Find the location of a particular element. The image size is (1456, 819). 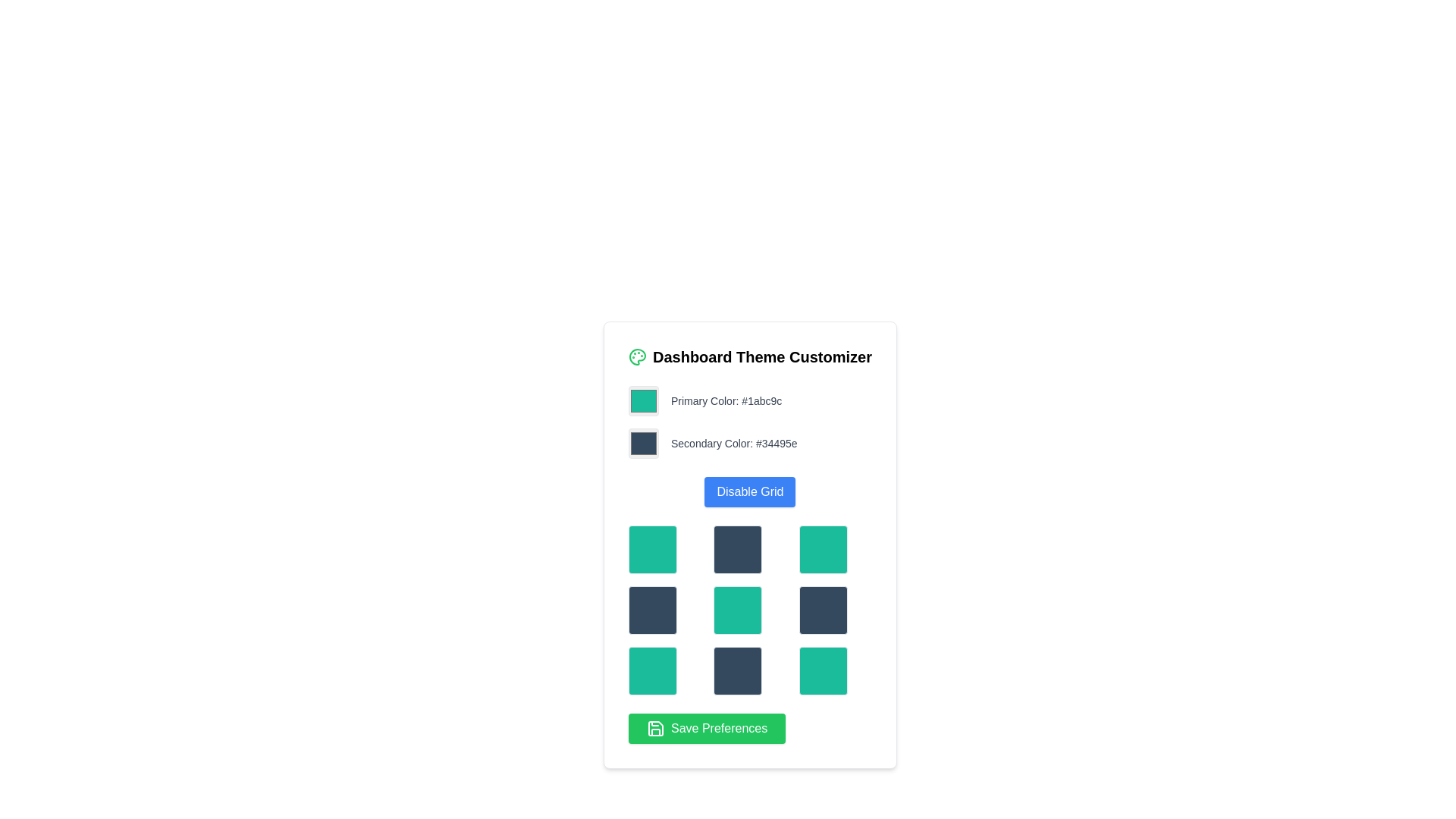

the first box in the first row of the 3x3 grid layout, which serves as a color selector is located at coordinates (652, 550).